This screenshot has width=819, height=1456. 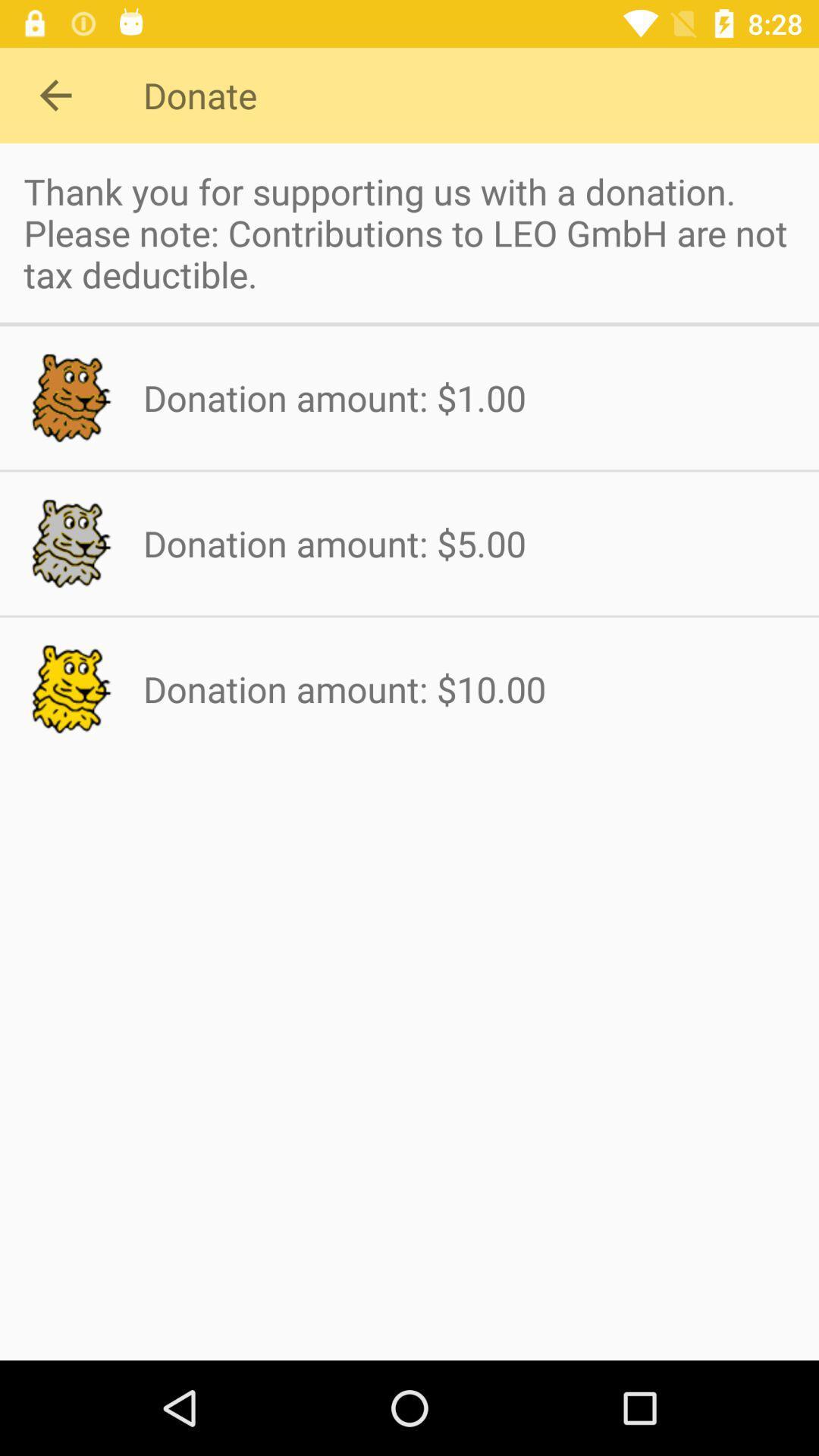 I want to click on item to the left of donate, so click(x=55, y=94).